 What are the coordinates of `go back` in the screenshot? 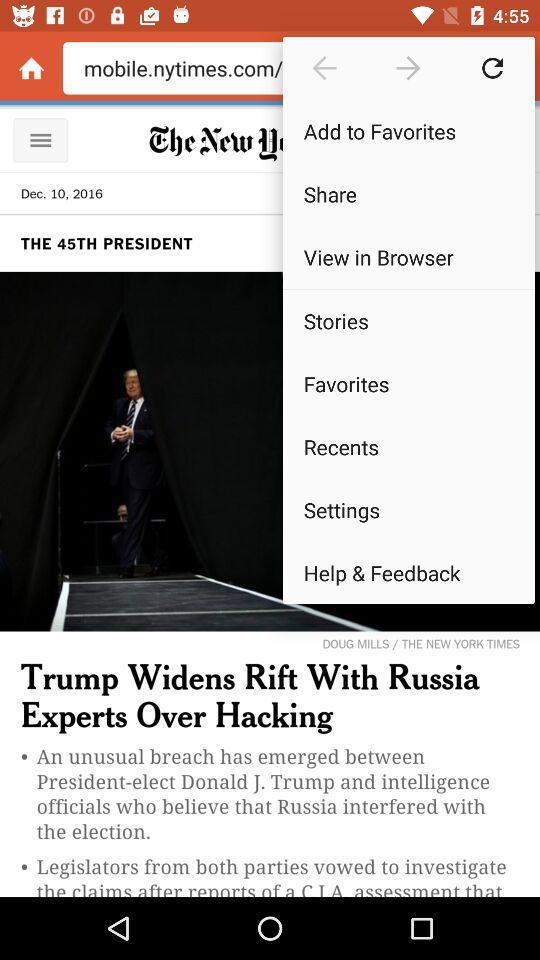 It's located at (324, 68).